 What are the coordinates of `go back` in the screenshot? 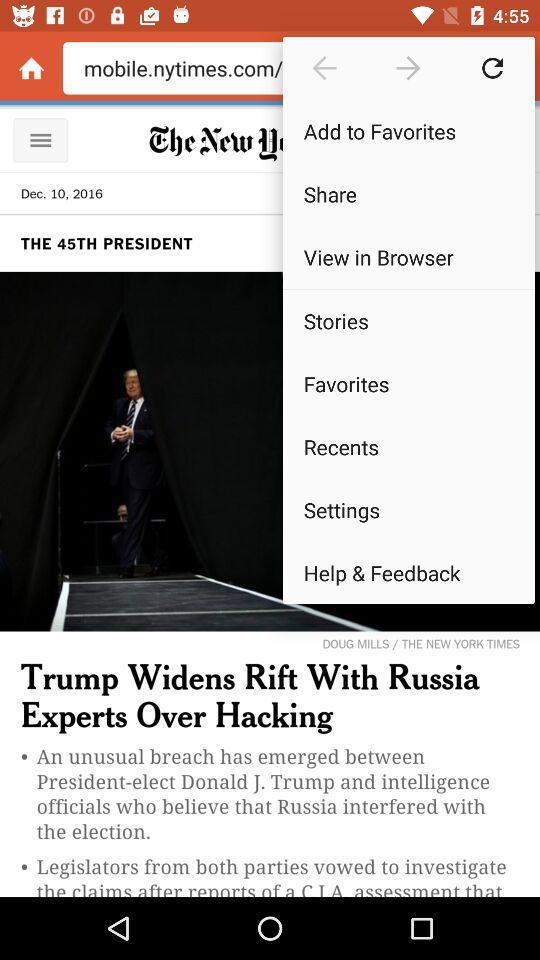 It's located at (324, 68).